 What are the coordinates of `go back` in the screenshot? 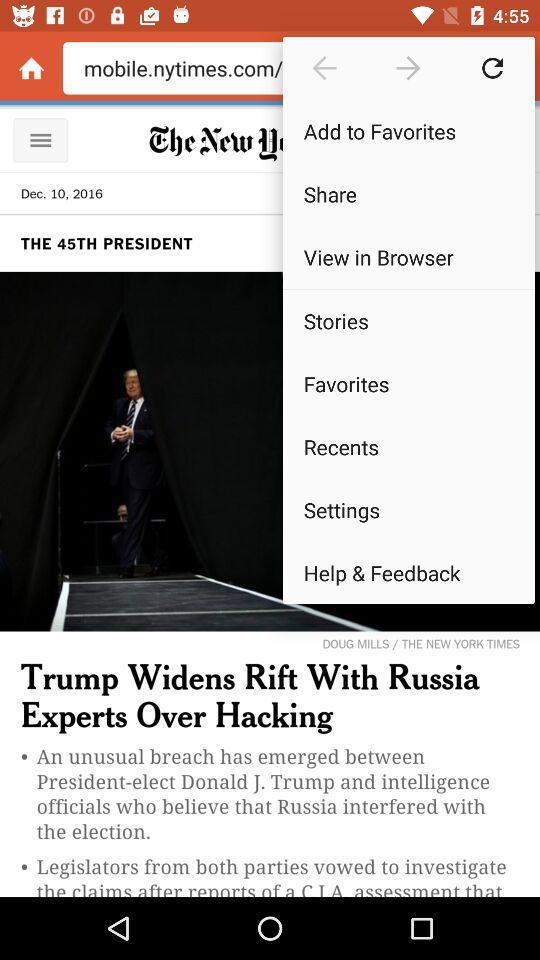 It's located at (324, 68).